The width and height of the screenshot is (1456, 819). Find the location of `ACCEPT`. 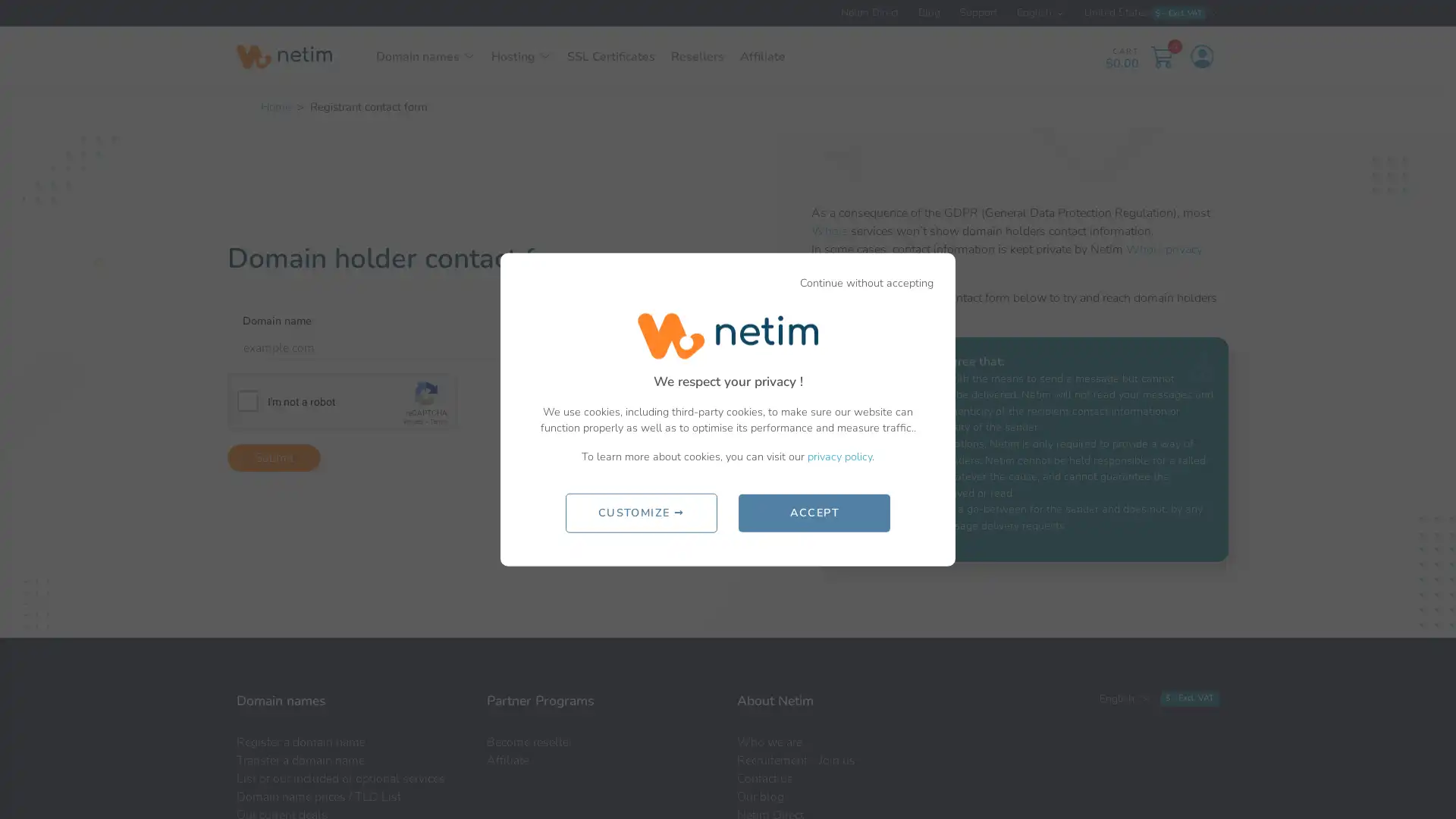

ACCEPT is located at coordinates (814, 512).